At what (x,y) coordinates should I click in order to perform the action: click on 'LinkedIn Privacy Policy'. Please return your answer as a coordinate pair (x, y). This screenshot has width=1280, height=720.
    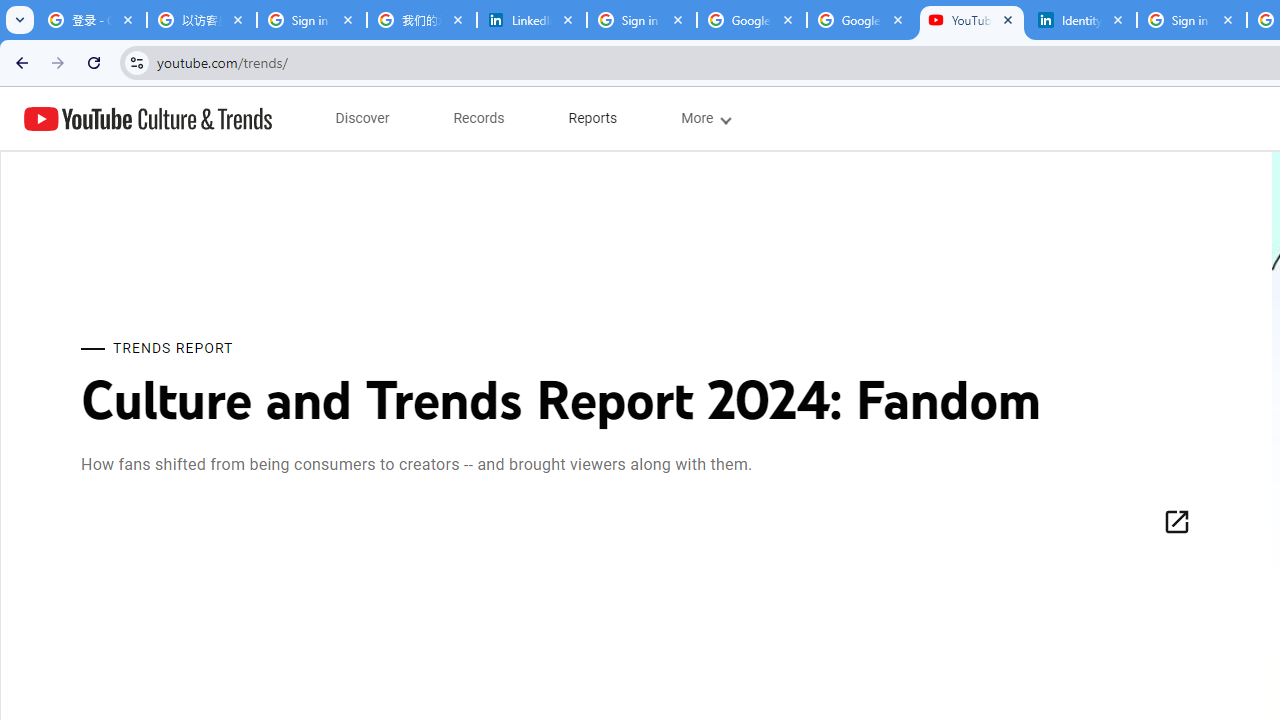
    Looking at the image, I should click on (532, 20).